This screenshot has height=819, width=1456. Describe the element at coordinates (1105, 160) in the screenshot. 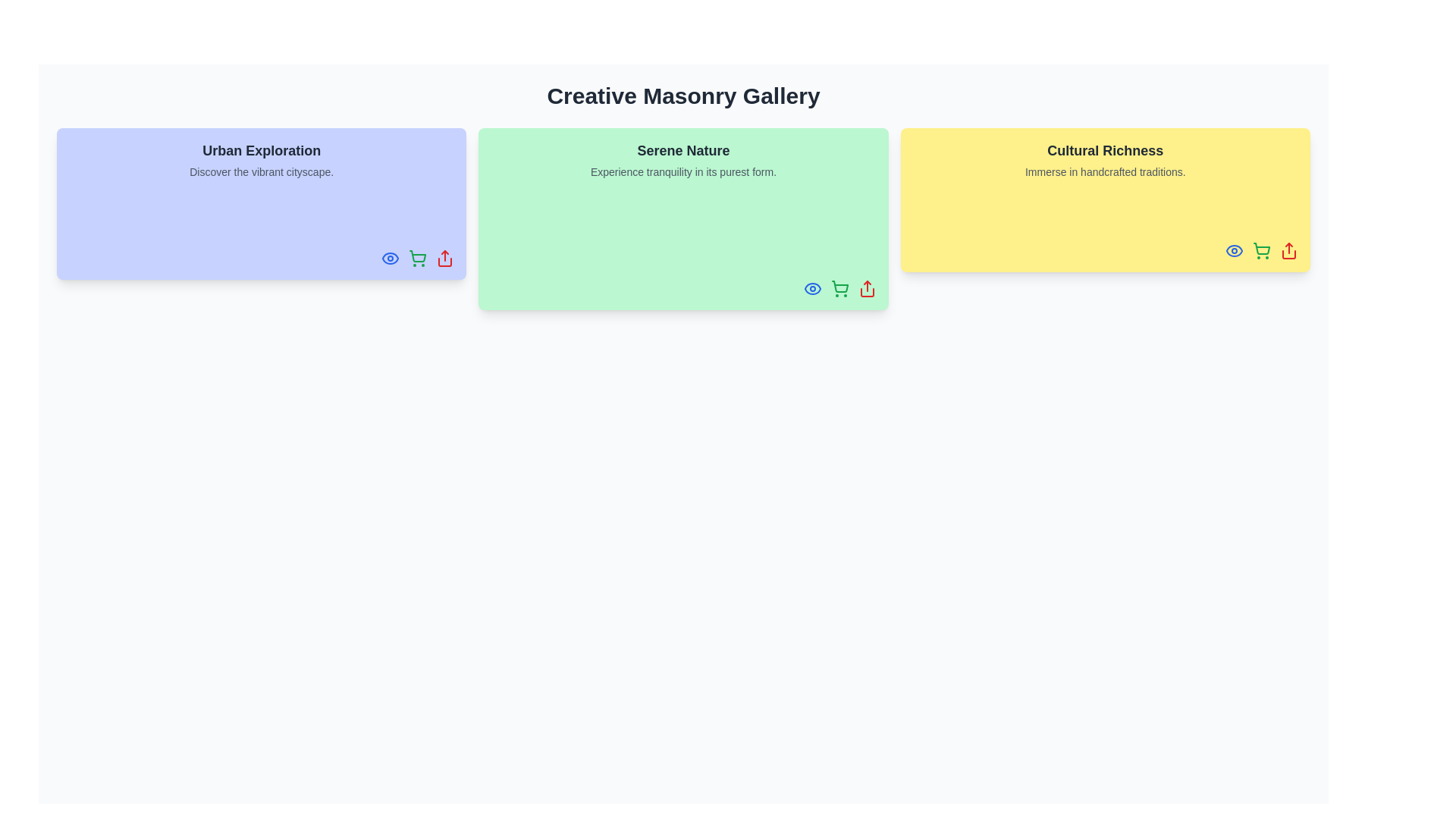

I see `the title and description section of the rightmost card in the gallery, positioned above the card's icons` at that location.